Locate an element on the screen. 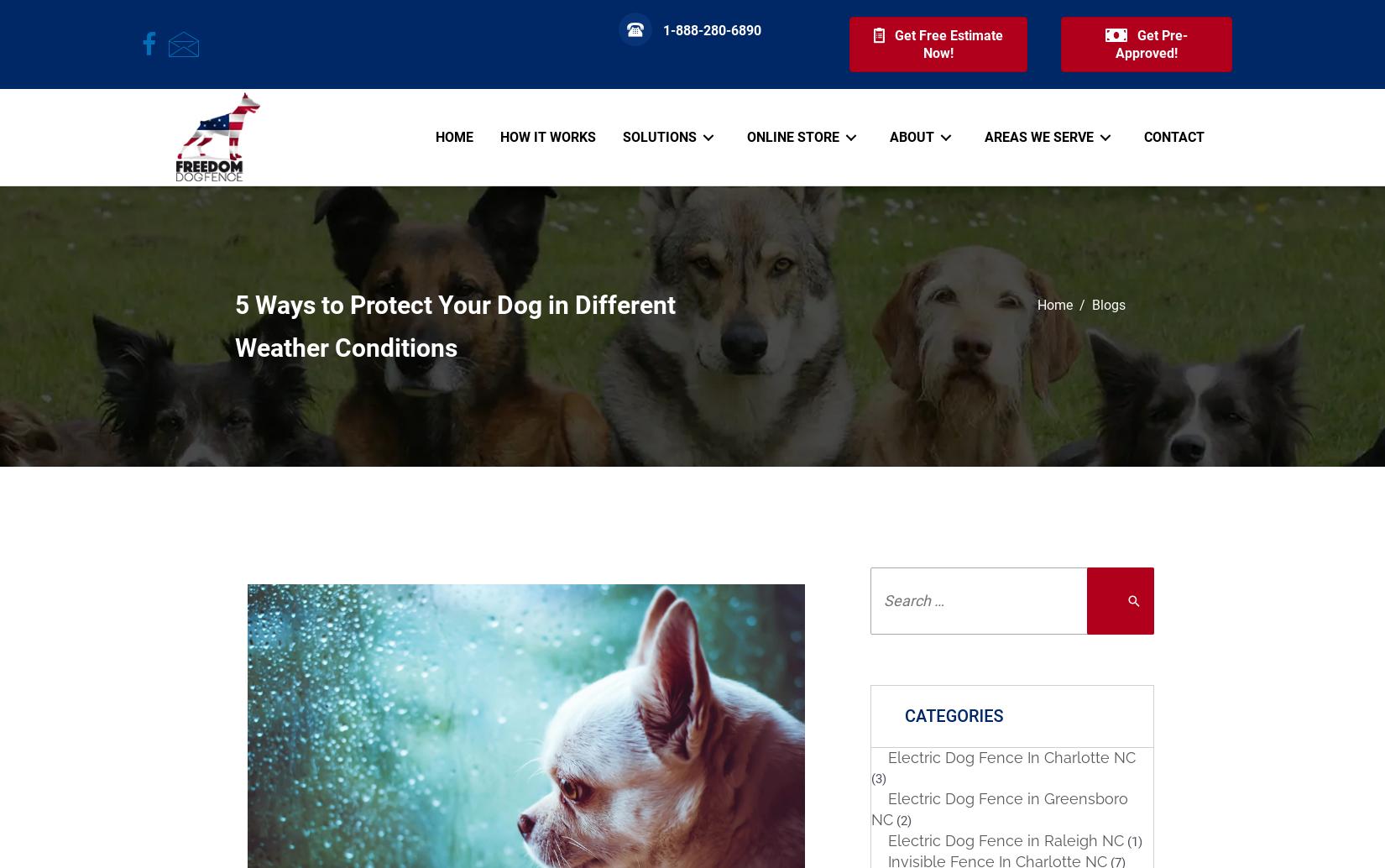 This screenshot has height=868, width=1385. '5 Ways to Protect Your Dog in Different Weather Conditions' is located at coordinates (454, 324).